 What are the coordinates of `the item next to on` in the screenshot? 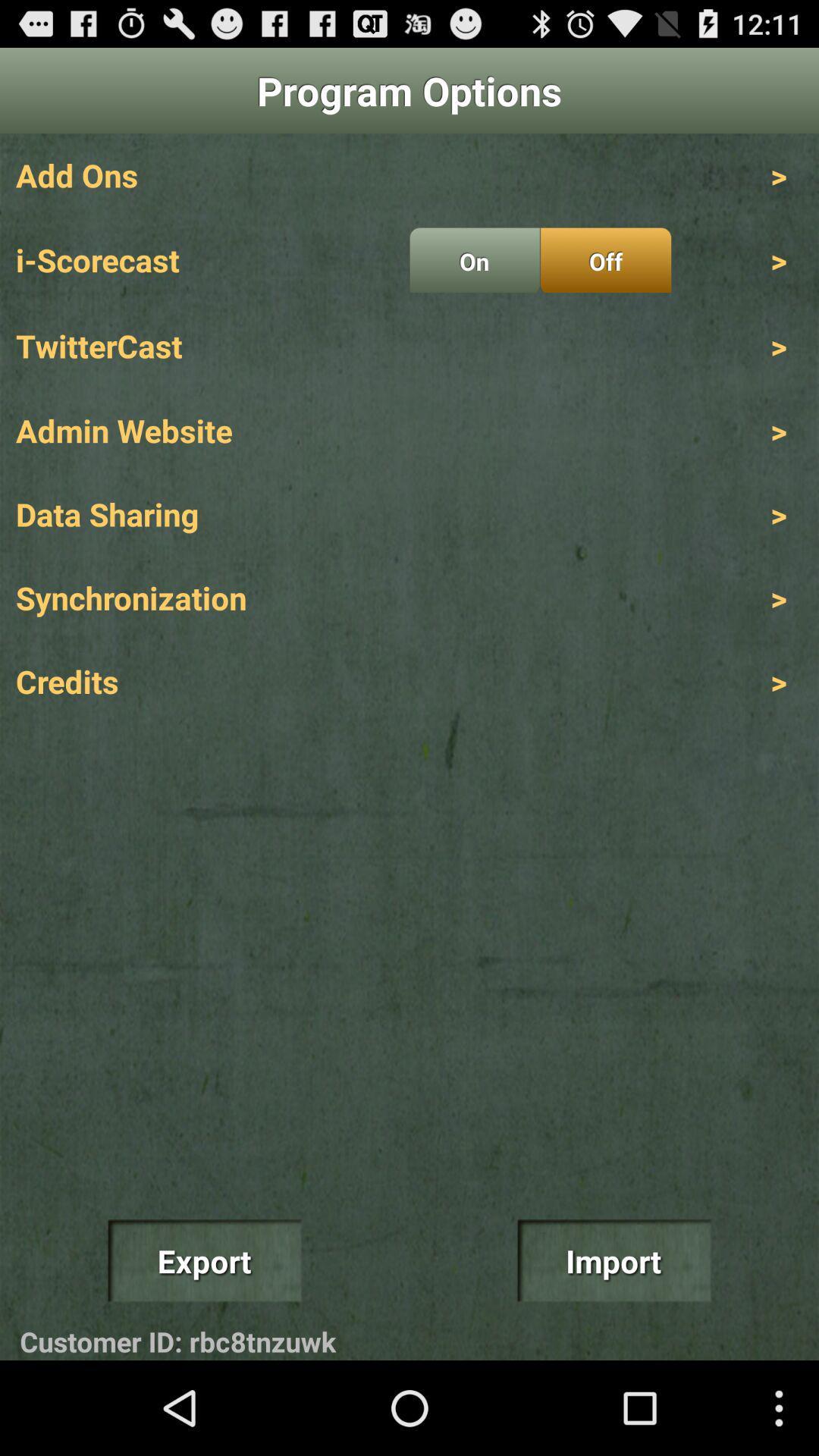 It's located at (605, 260).